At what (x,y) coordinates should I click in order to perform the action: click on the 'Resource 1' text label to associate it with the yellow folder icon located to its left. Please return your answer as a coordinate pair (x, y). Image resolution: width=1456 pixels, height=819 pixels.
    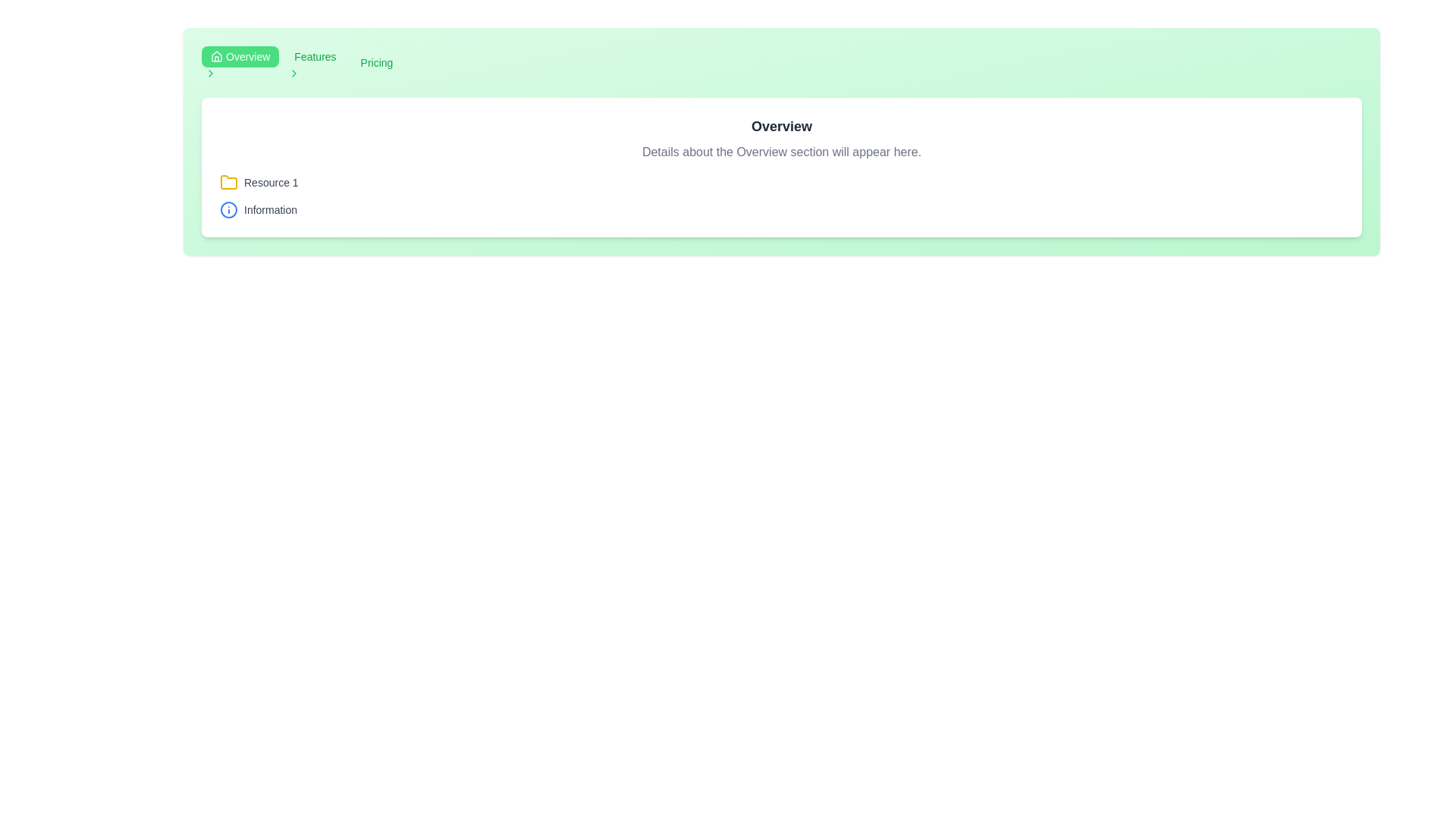
    Looking at the image, I should click on (271, 181).